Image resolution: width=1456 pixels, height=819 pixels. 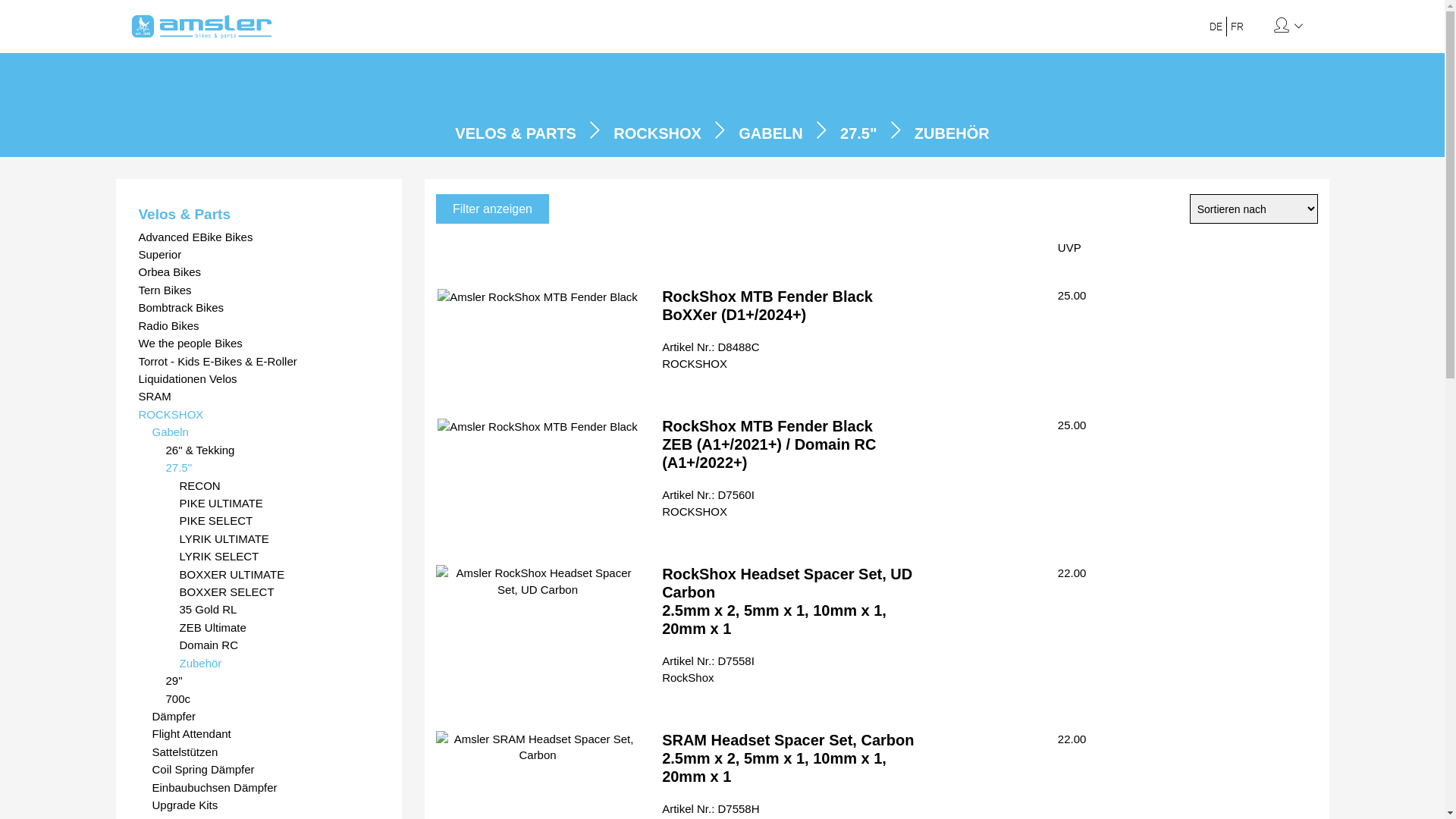 I want to click on 'Liquidationen Velos', so click(x=258, y=378).